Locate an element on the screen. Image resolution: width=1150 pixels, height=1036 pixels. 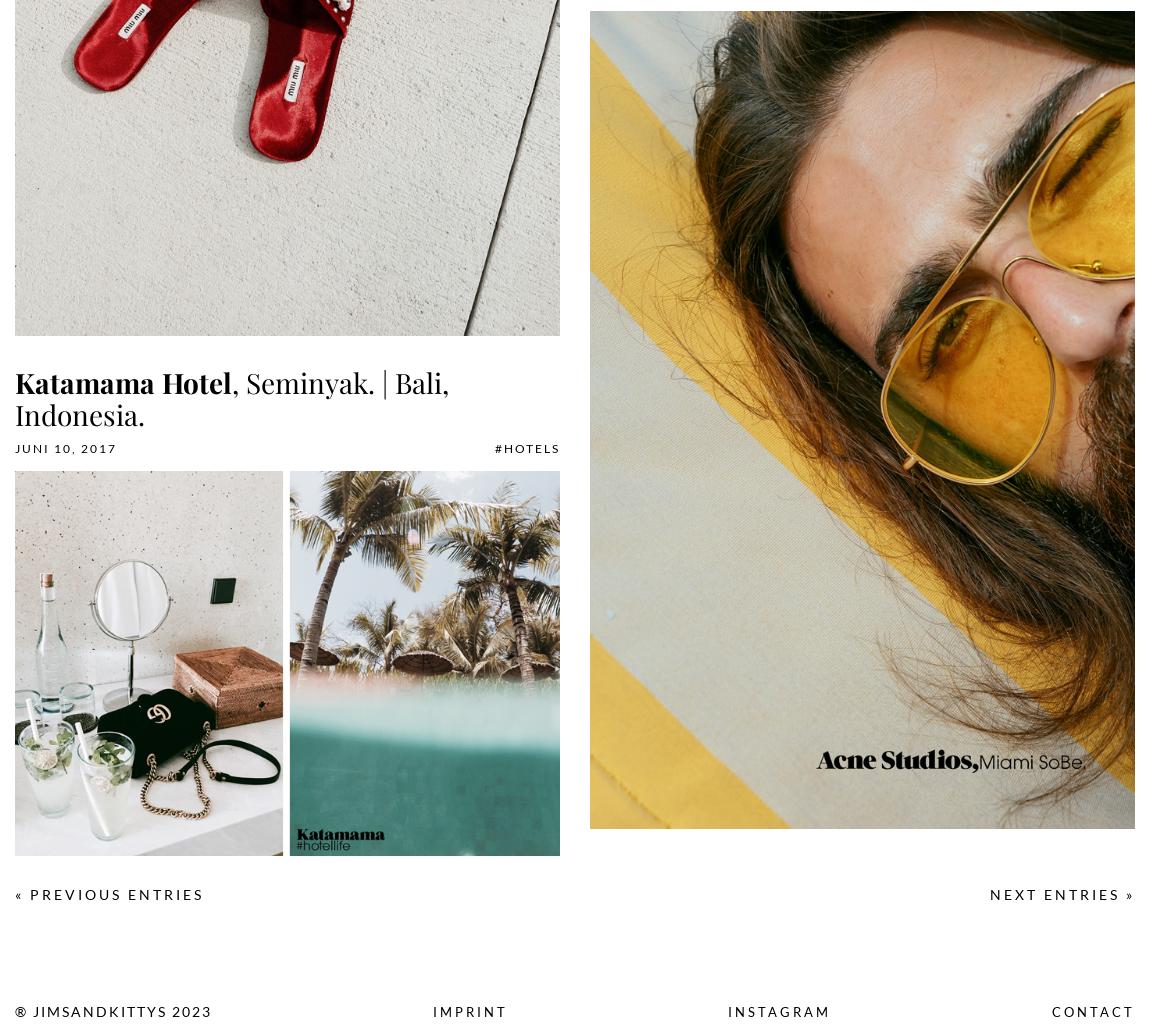
'Juni 10, 2017' is located at coordinates (65, 448).